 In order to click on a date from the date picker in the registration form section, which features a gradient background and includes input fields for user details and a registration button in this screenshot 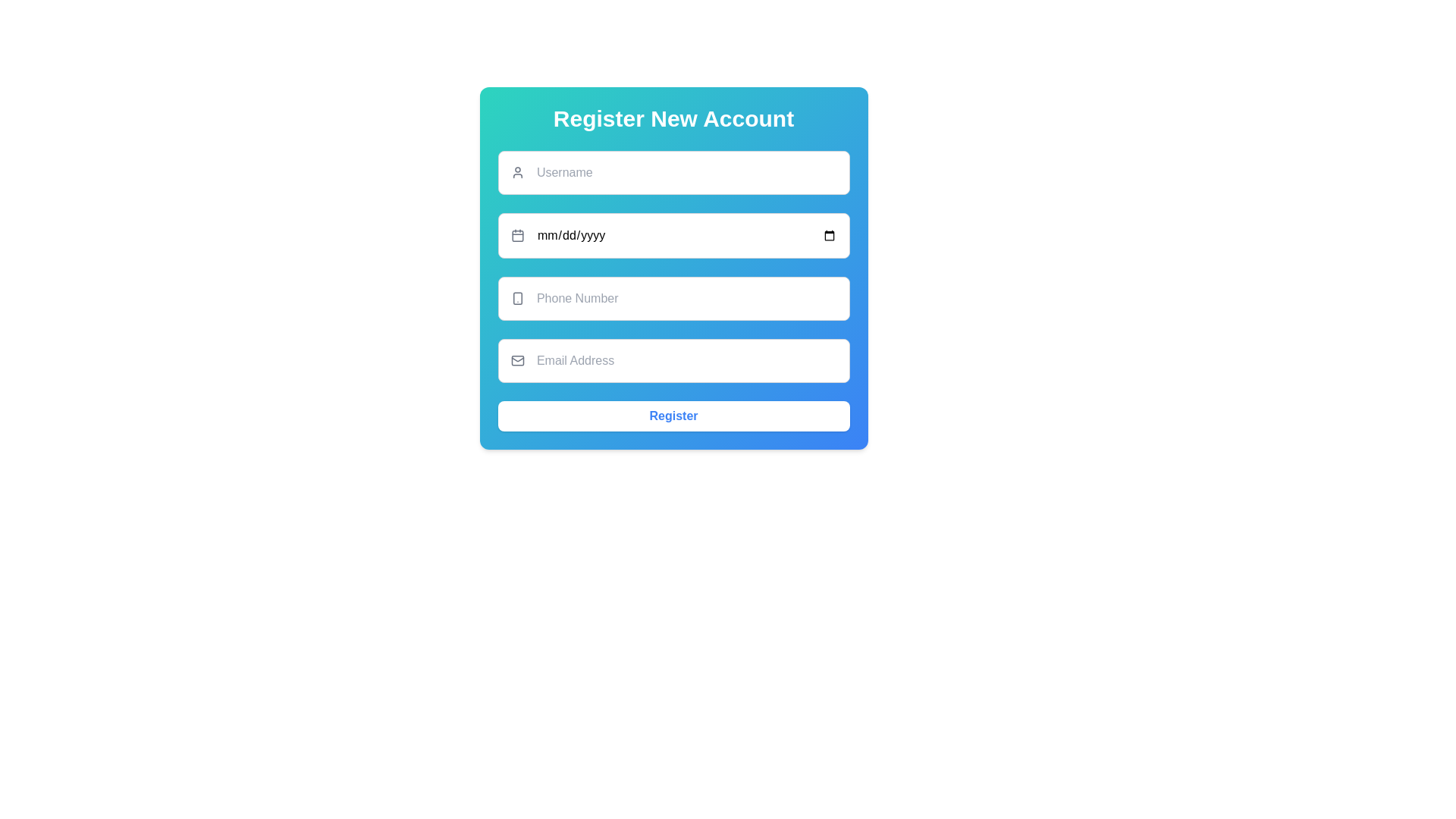, I will do `click(673, 268)`.